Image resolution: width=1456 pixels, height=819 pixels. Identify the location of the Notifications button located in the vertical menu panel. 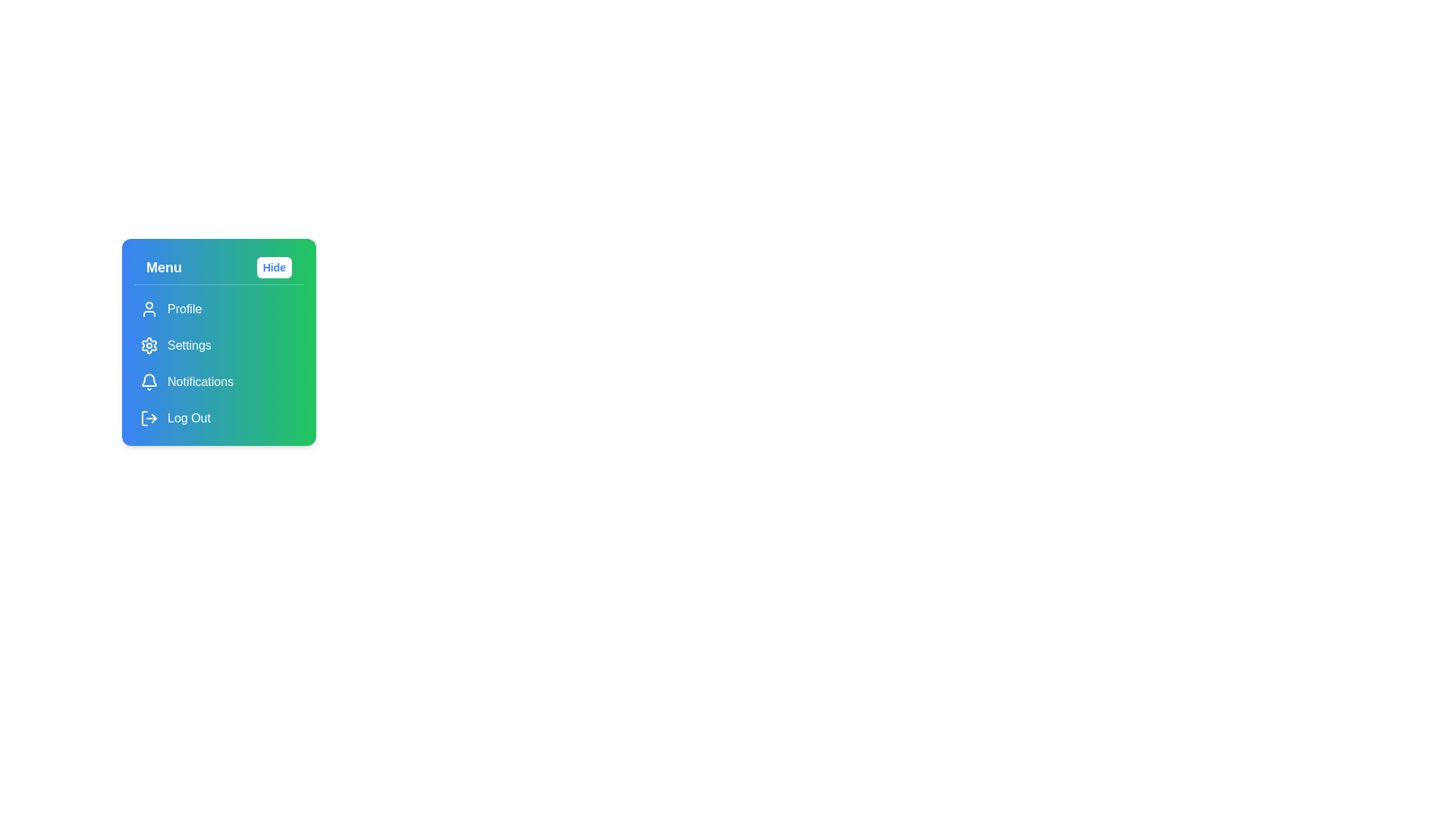
(218, 381).